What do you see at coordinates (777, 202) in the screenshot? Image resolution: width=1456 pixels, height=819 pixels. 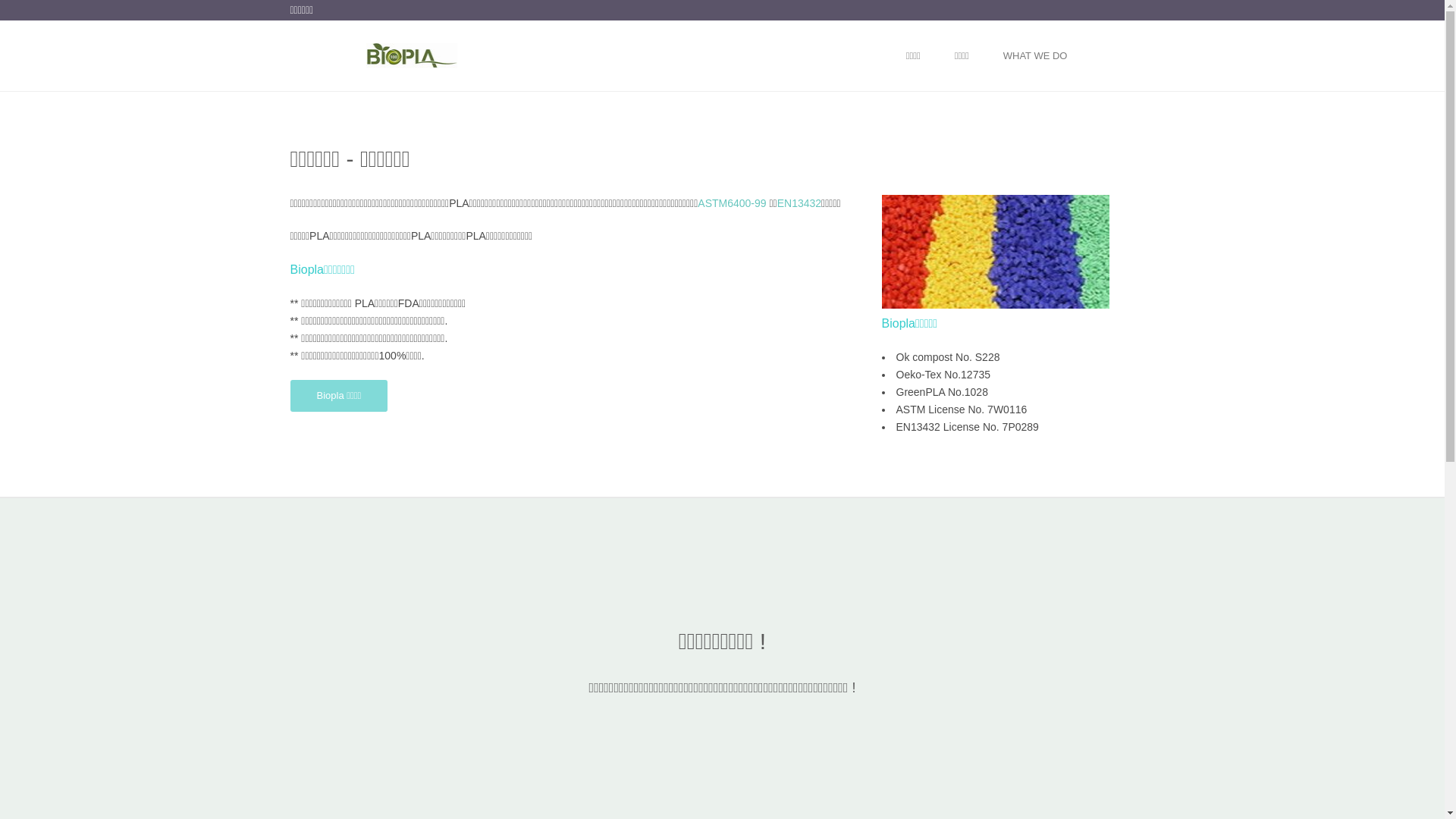 I see `'EN13432'` at bounding box center [777, 202].